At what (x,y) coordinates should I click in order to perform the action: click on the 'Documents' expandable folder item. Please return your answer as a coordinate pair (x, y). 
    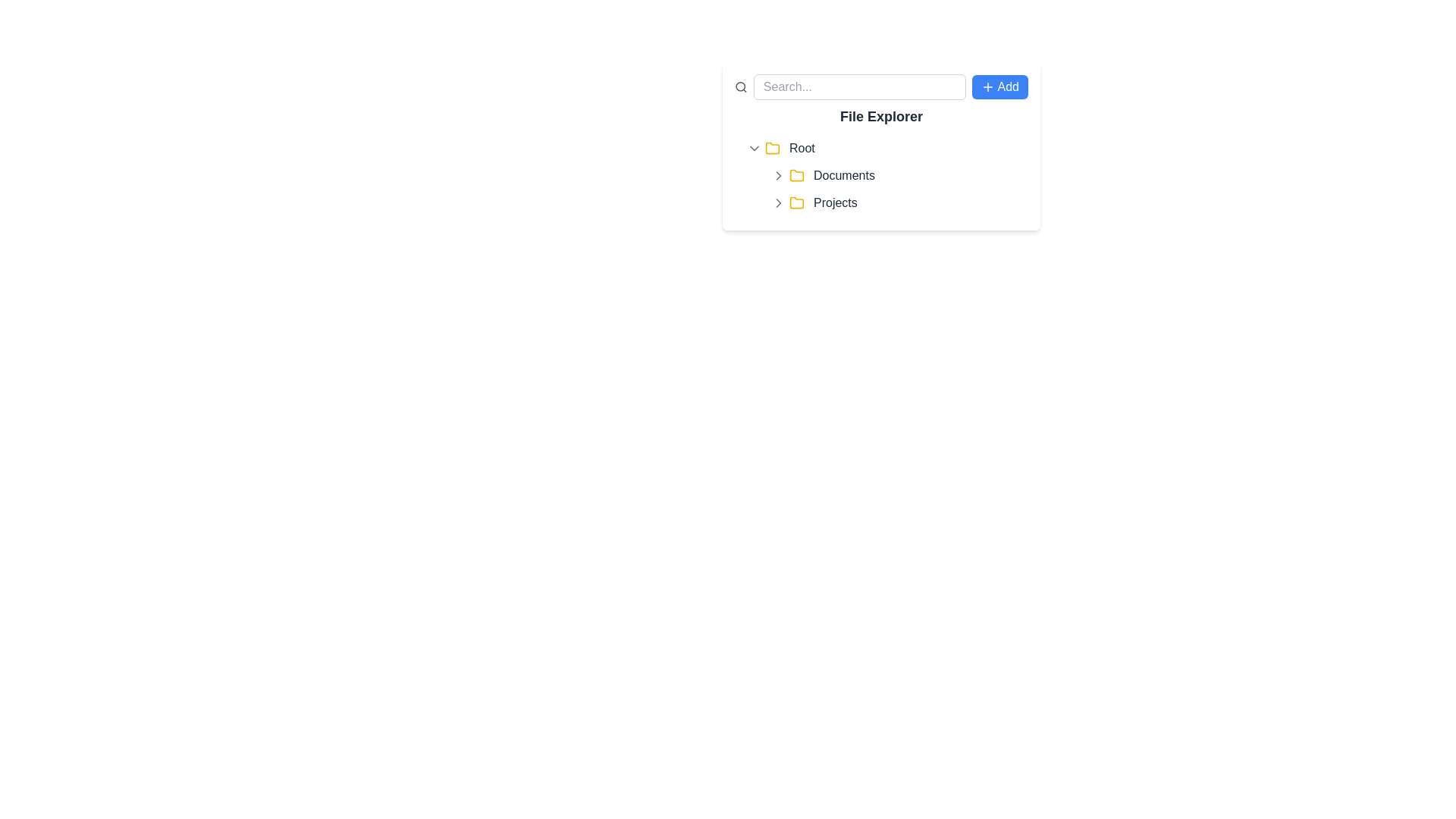
    Looking at the image, I should click on (898, 174).